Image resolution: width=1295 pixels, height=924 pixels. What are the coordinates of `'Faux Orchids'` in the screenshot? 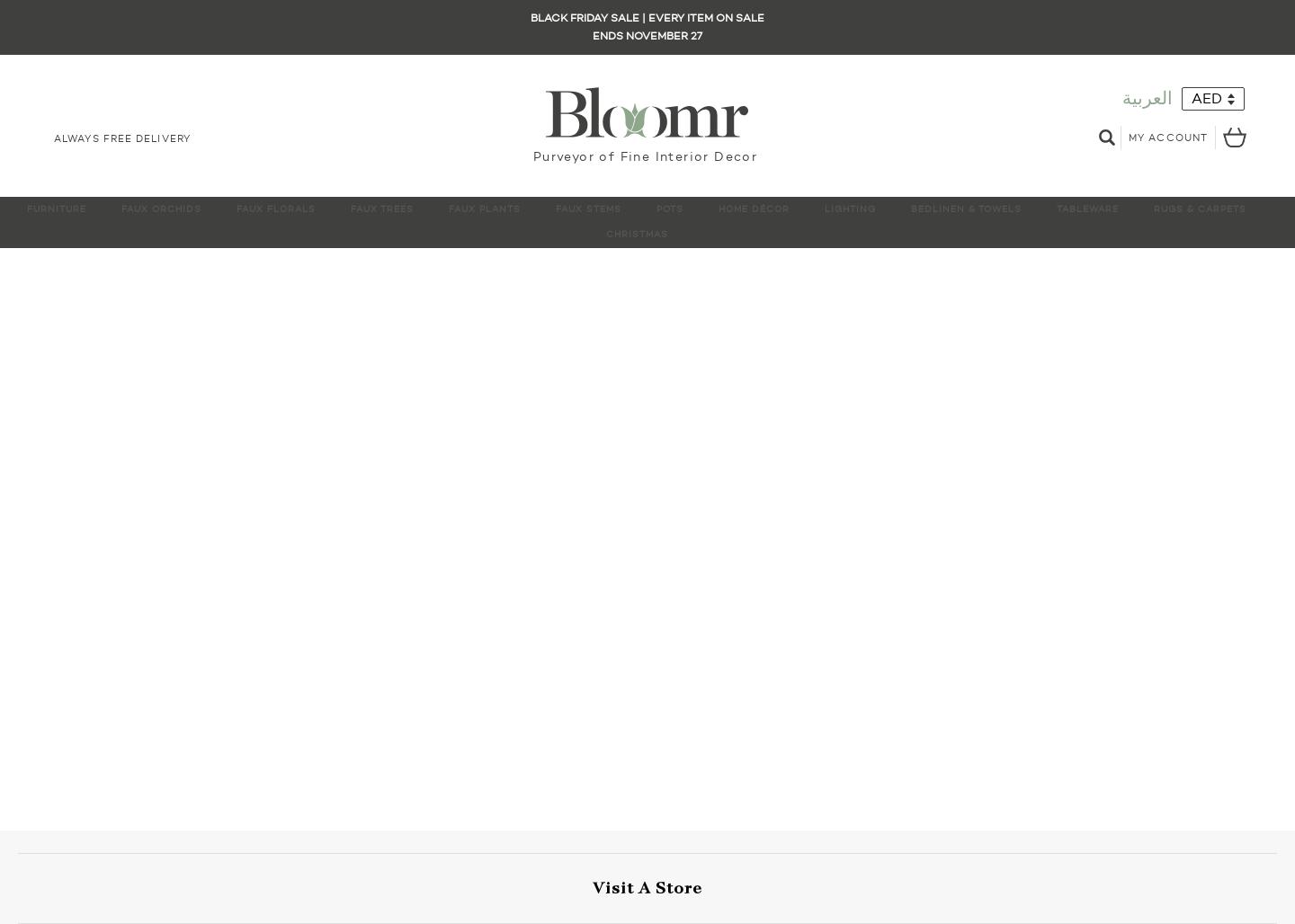 It's located at (160, 208).